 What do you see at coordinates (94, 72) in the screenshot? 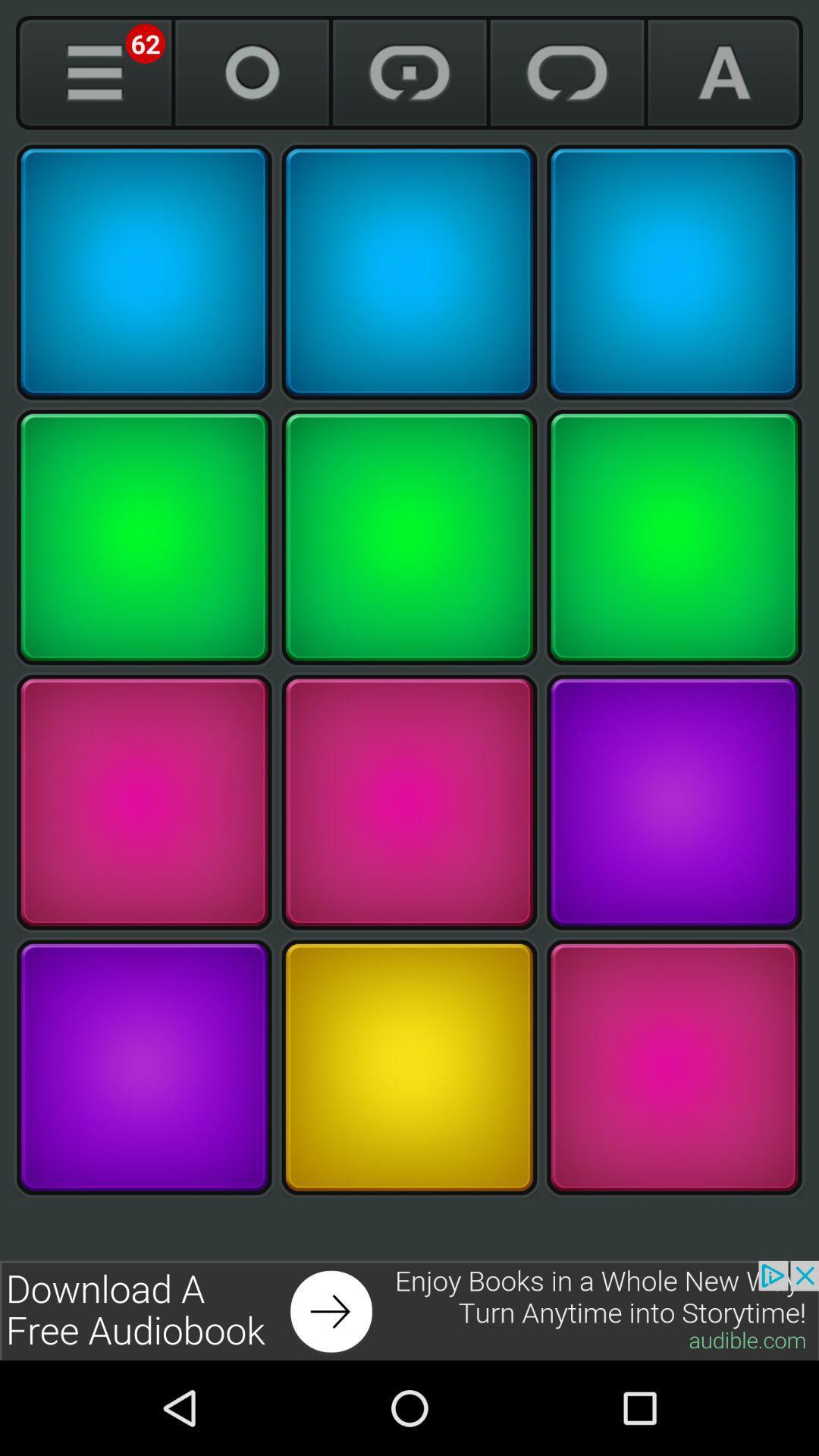
I see `the menu icon` at bounding box center [94, 72].